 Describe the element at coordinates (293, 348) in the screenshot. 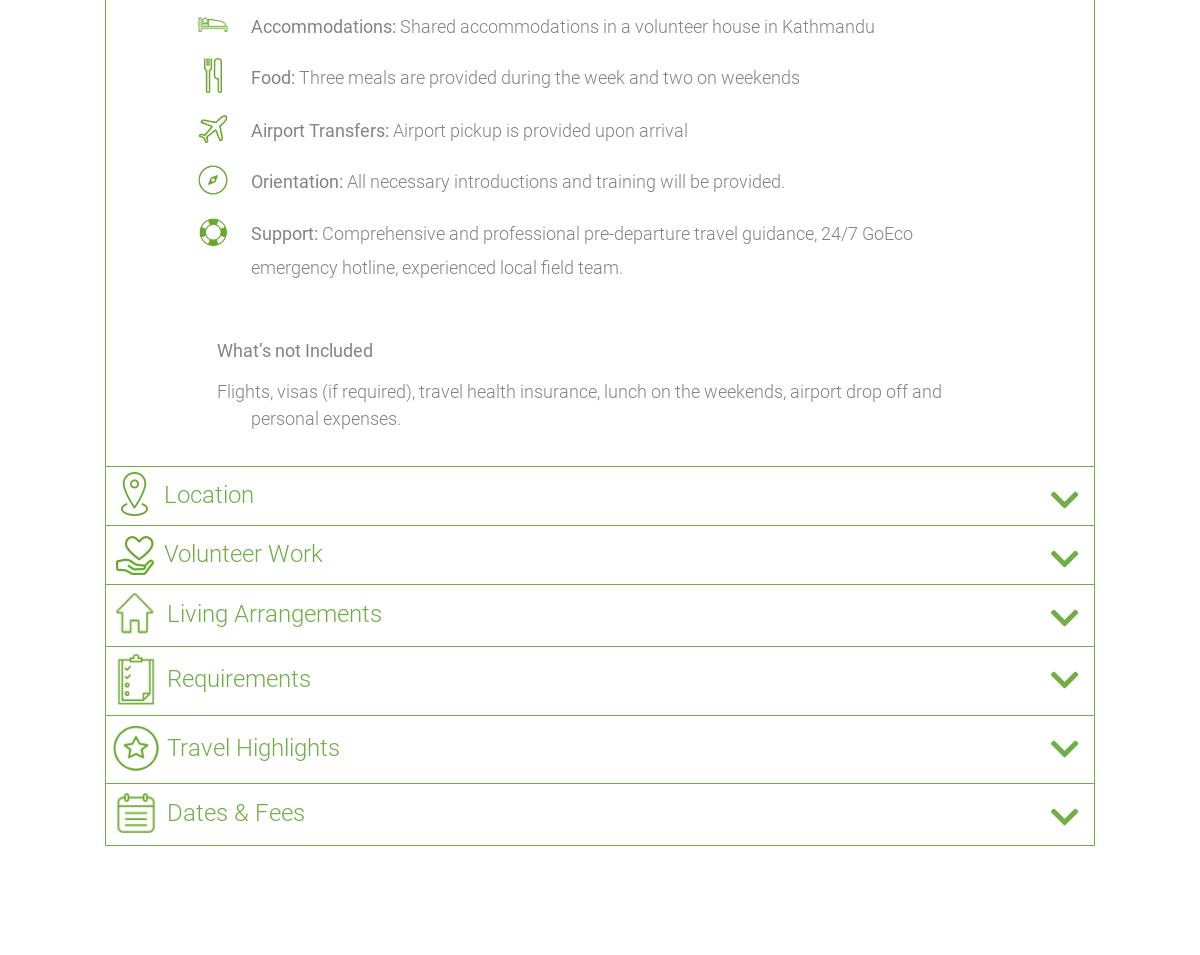

I see `'What’s not Included'` at that location.